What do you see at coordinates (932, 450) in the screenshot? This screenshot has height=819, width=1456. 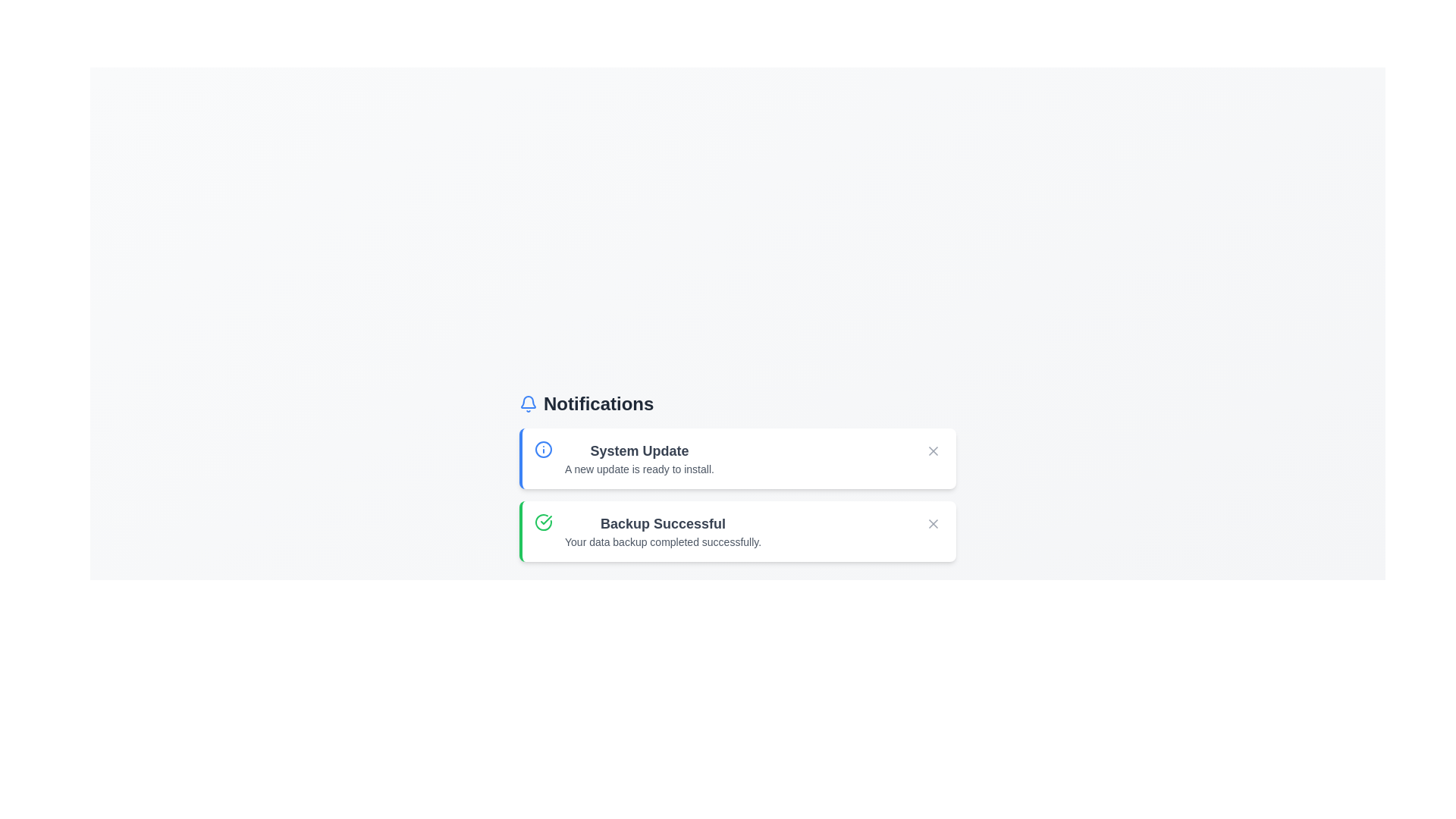 I see `the gray 'X' icon in the upper-right corner of the 'System Update' notification card` at bounding box center [932, 450].